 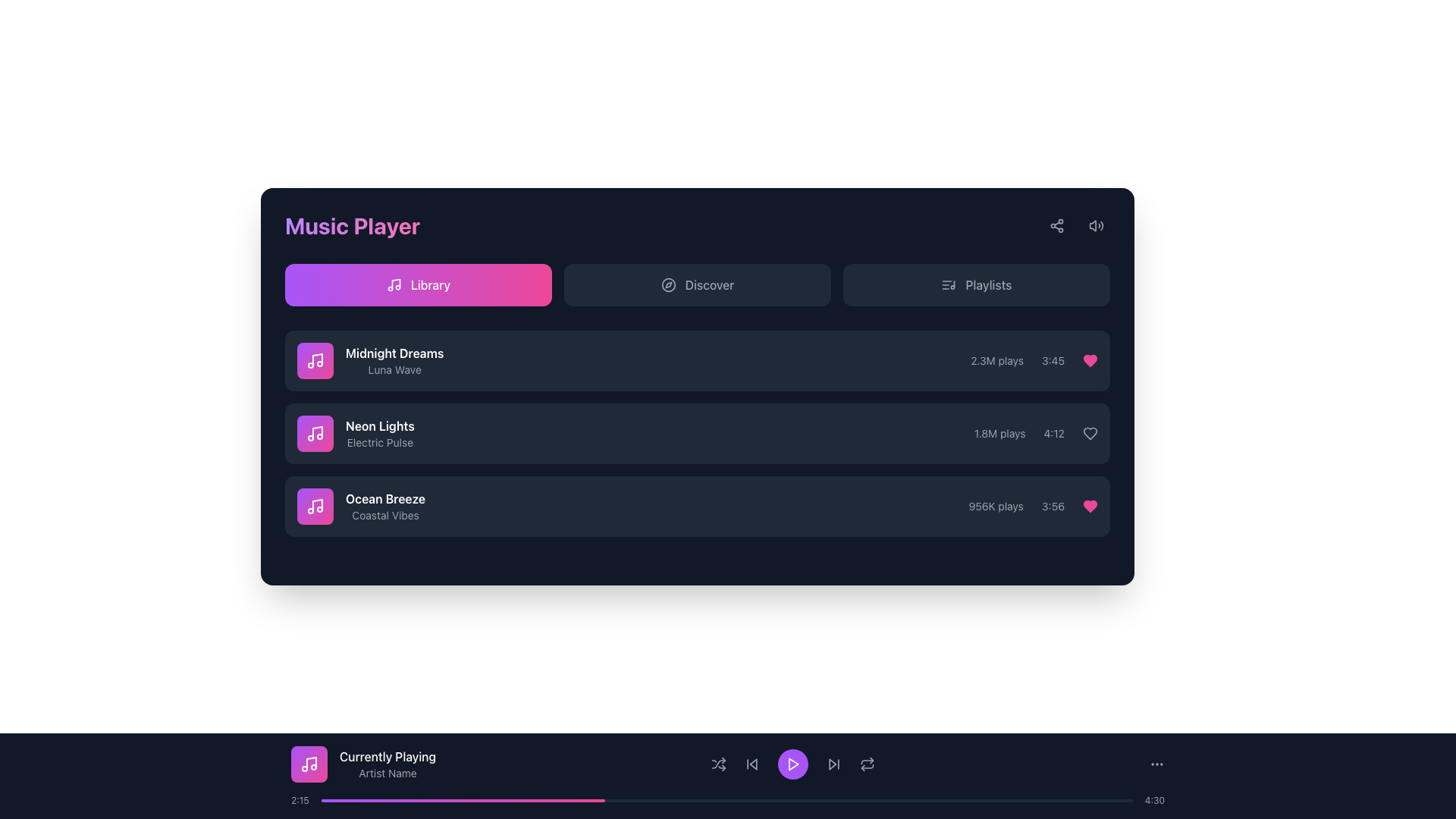 What do you see at coordinates (697, 506) in the screenshot?
I see `the list item titled 'Ocean Breeze' in the playlist` at bounding box center [697, 506].